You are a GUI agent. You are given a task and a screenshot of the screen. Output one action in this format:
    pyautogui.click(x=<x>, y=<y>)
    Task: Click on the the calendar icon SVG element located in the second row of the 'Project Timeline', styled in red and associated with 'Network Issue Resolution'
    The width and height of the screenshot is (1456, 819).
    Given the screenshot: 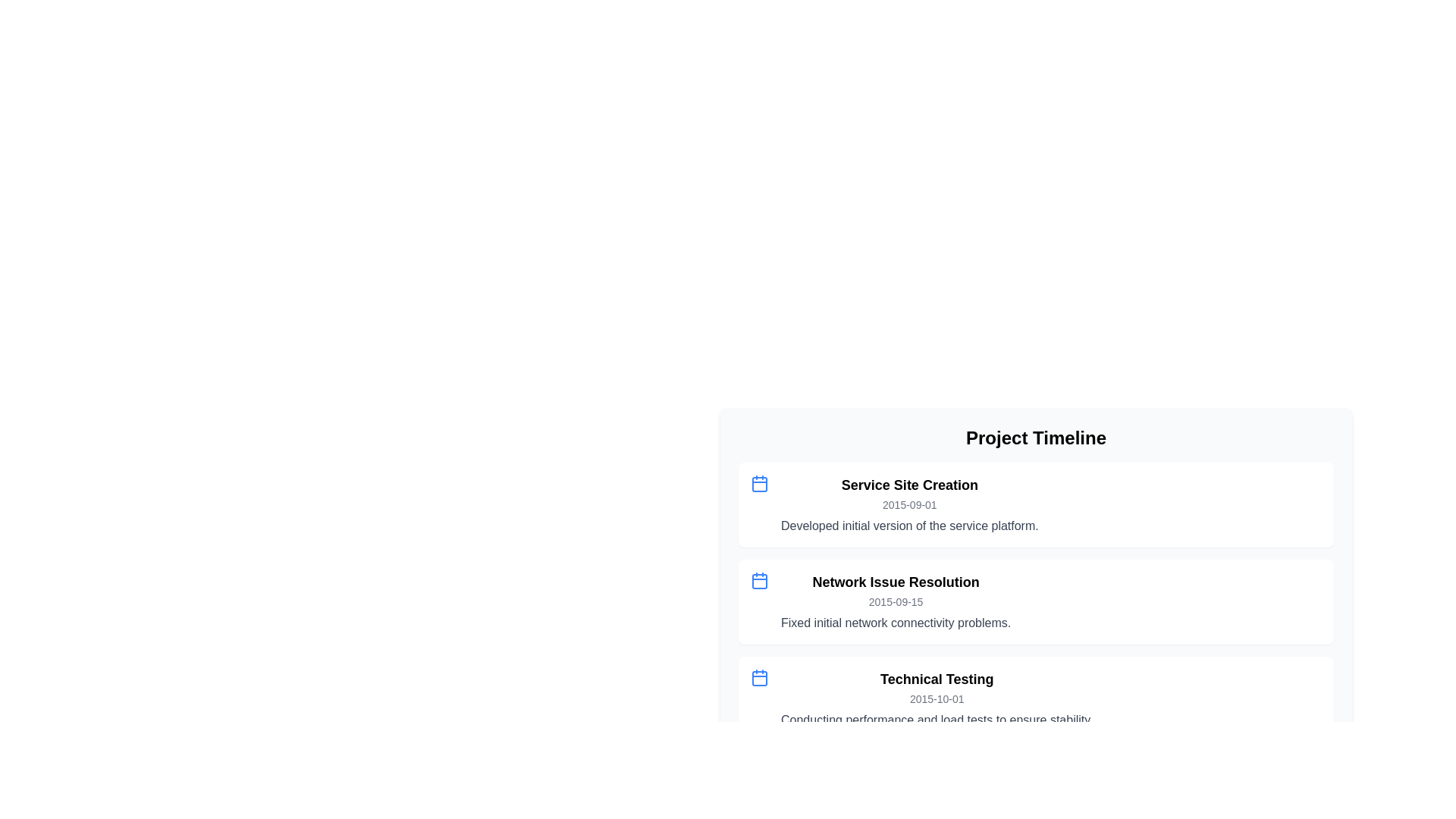 What is the action you would take?
    pyautogui.click(x=760, y=581)
    